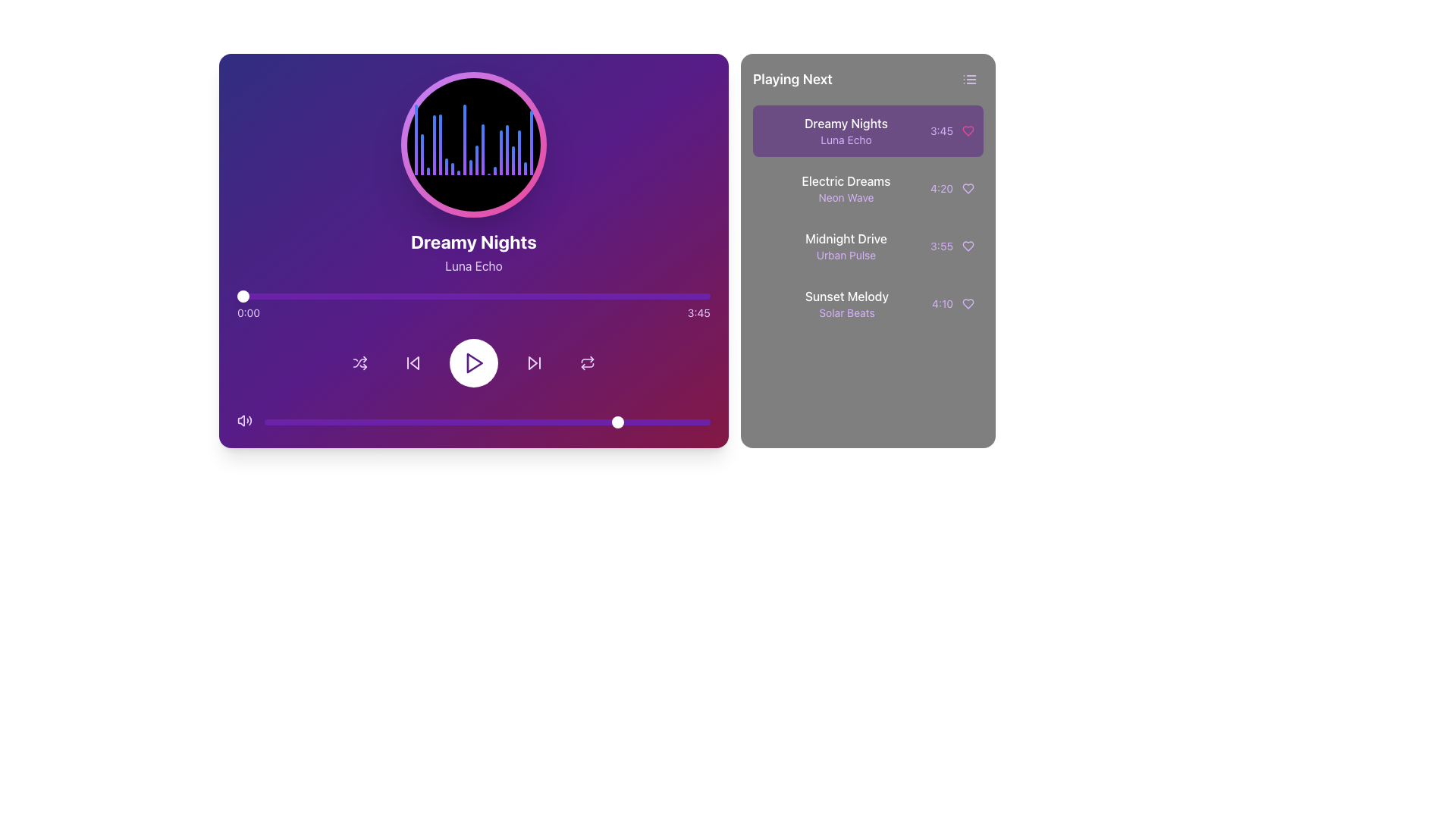 This screenshot has height=819, width=1456. I want to click on the text label element reading 'Midnight Drive' which is part of a song listing in the 'Playing Next' section of the music player interface, so click(846, 239).